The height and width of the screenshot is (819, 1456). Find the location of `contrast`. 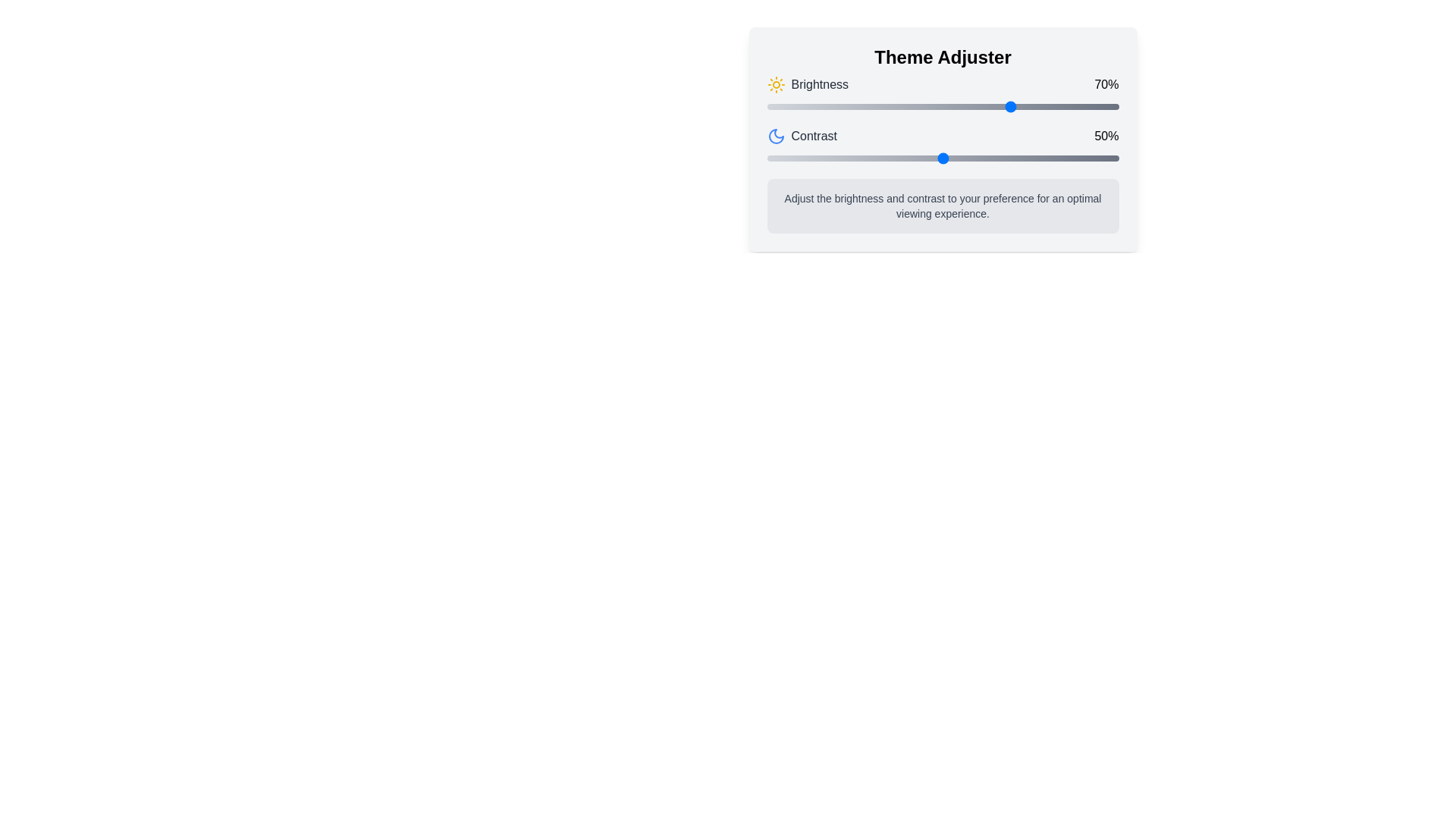

contrast is located at coordinates (839, 158).